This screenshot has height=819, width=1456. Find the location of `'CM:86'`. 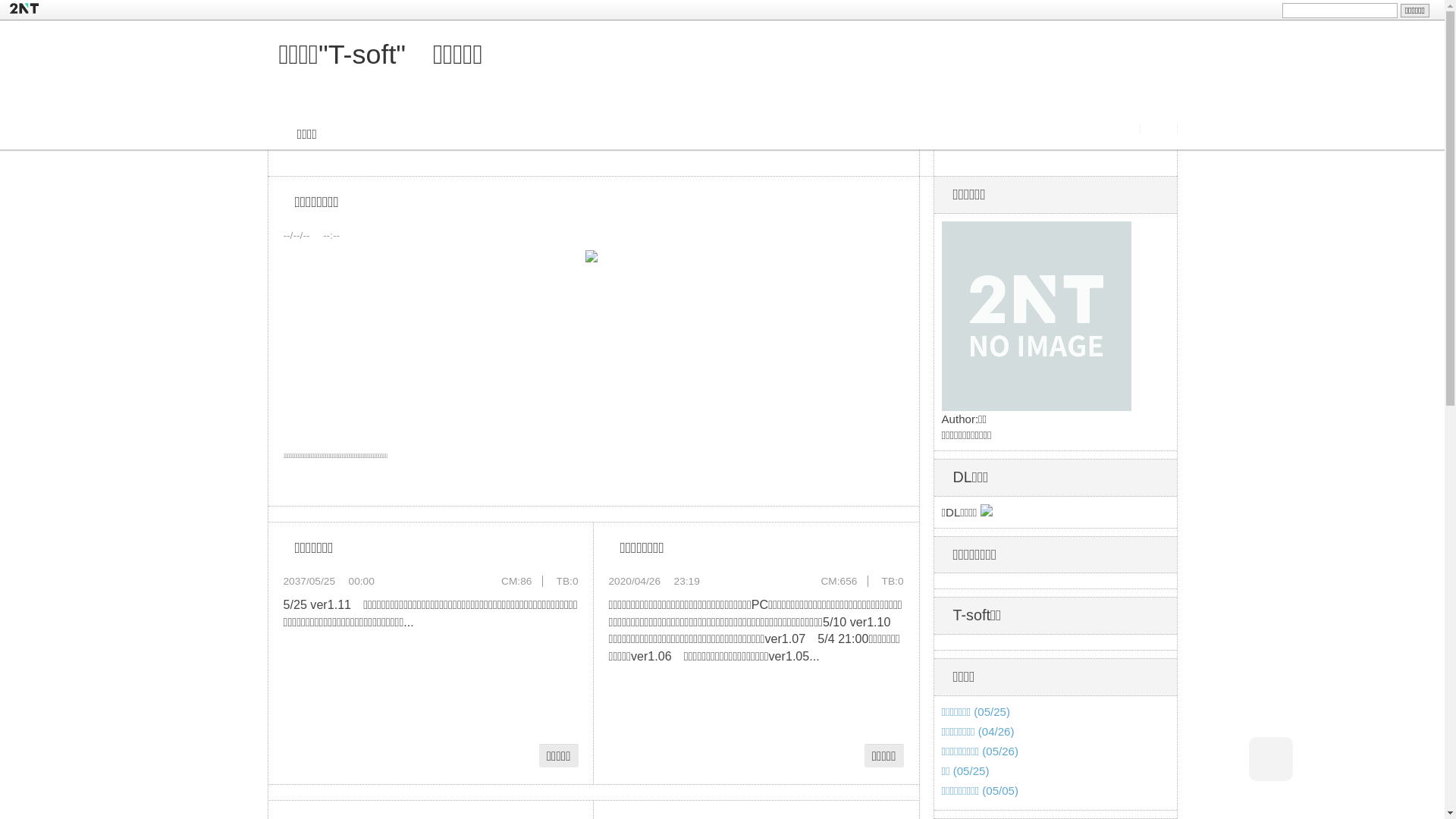

'CM:86' is located at coordinates (516, 580).